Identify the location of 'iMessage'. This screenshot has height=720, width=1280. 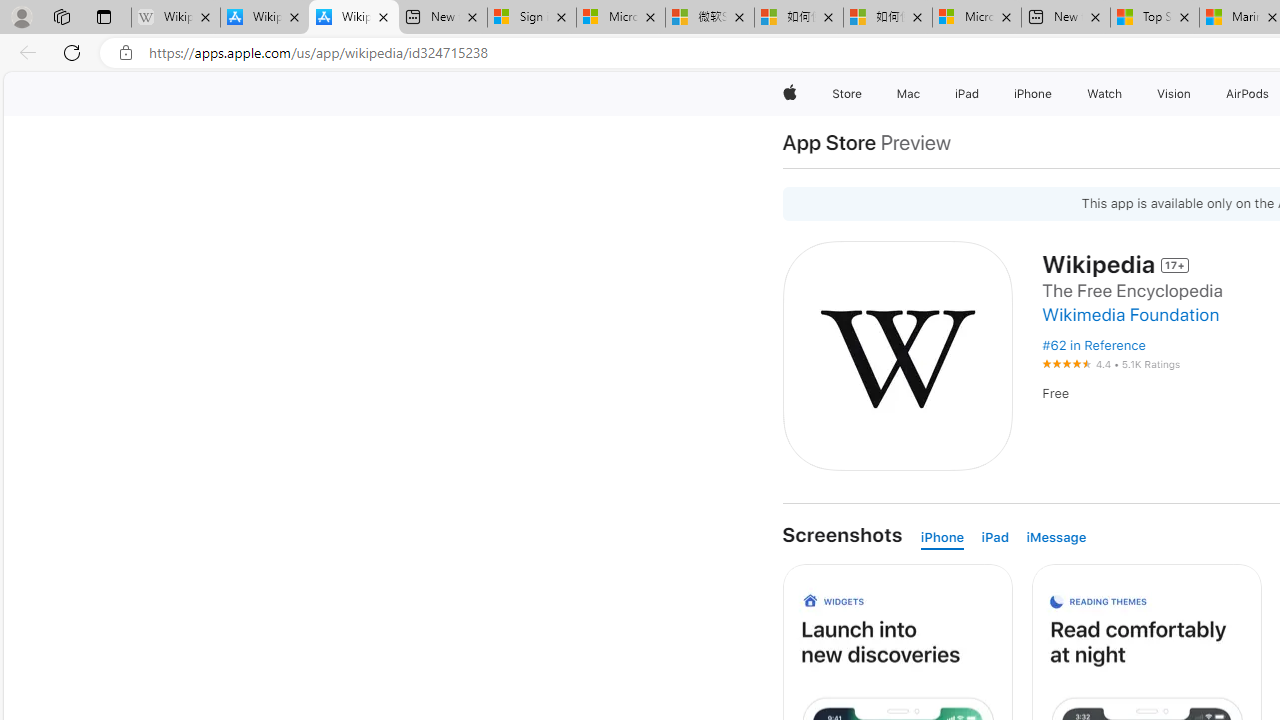
(1055, 537).